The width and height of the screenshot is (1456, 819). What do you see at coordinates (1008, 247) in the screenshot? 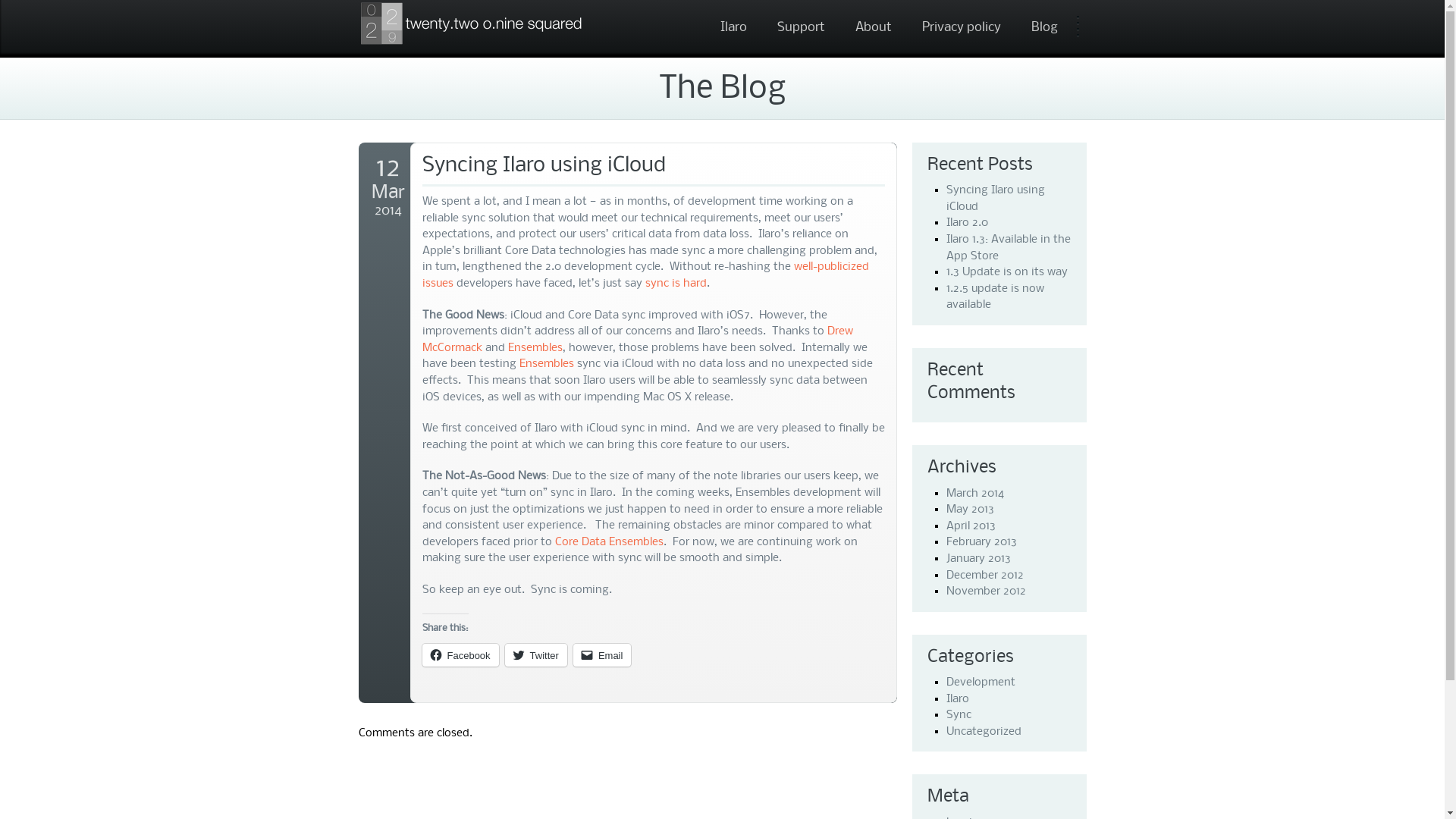
I see `'Ilaro 1.3: Available in the App Store'` at bounding box center [1008, 247].